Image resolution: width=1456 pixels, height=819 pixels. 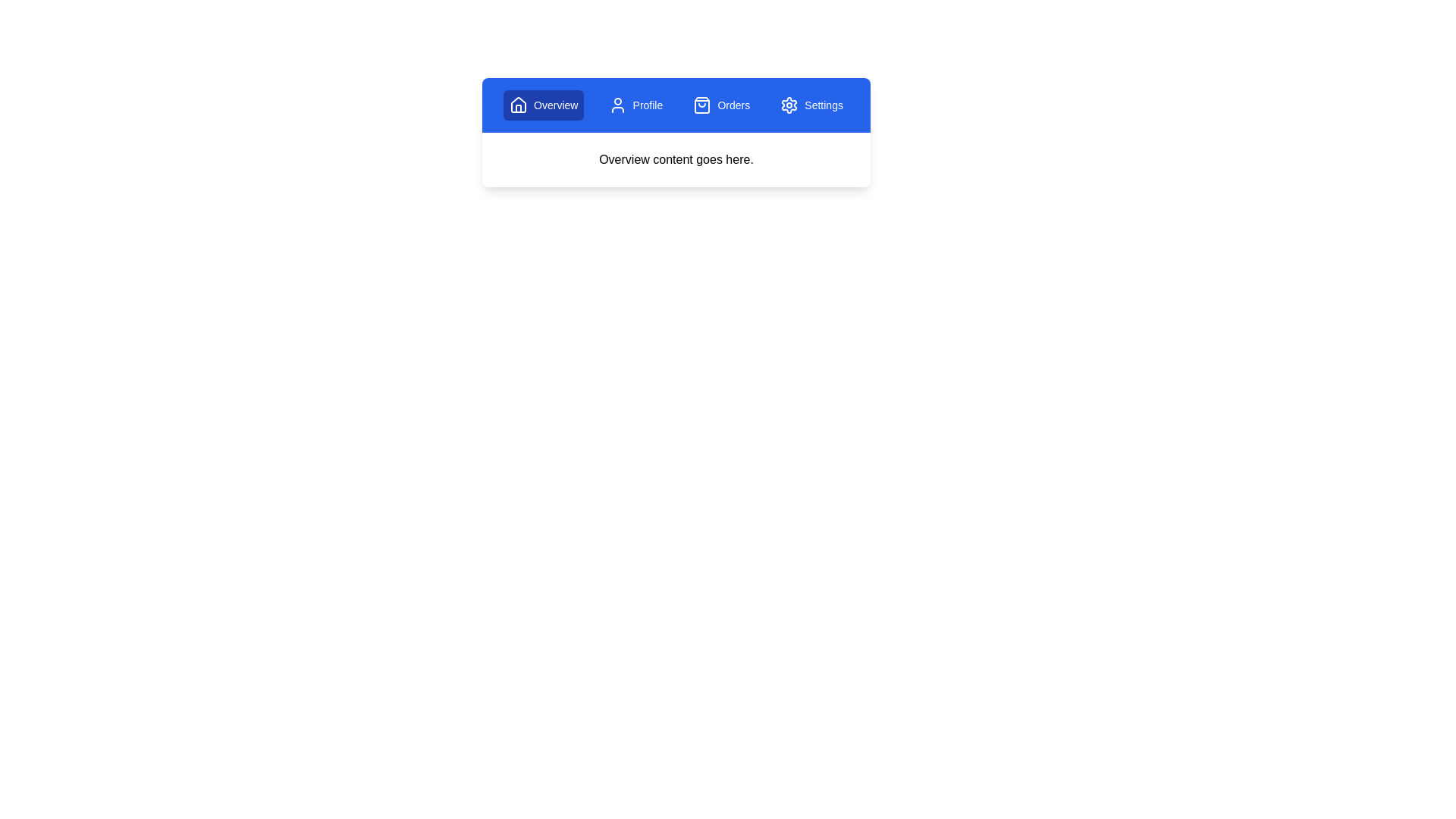 I want to click on the blue 'Overview' button, which is the first button in a row of menu items in the navigation bar, so click(x=544, y=104).